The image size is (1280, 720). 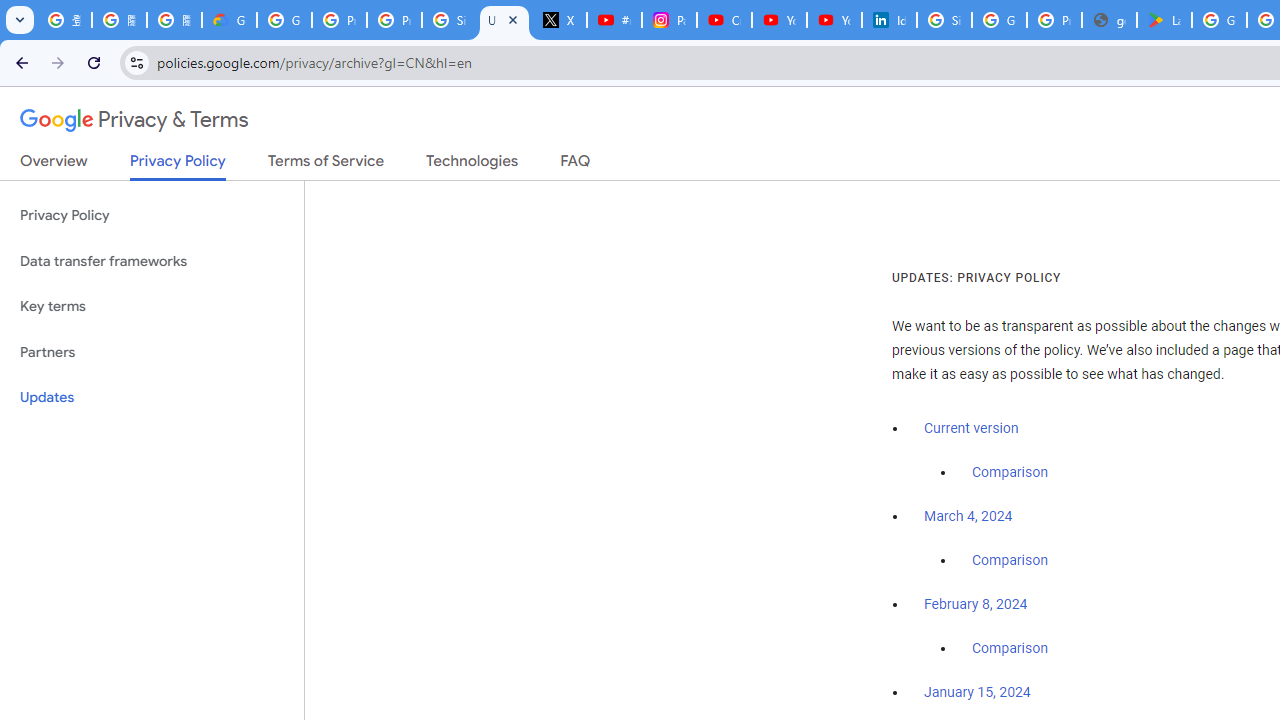 What do you see at coordinates (943, 20) in the screenshot?
I see `'Sign in - Google Accounts'` at bounding box center [943, 20].